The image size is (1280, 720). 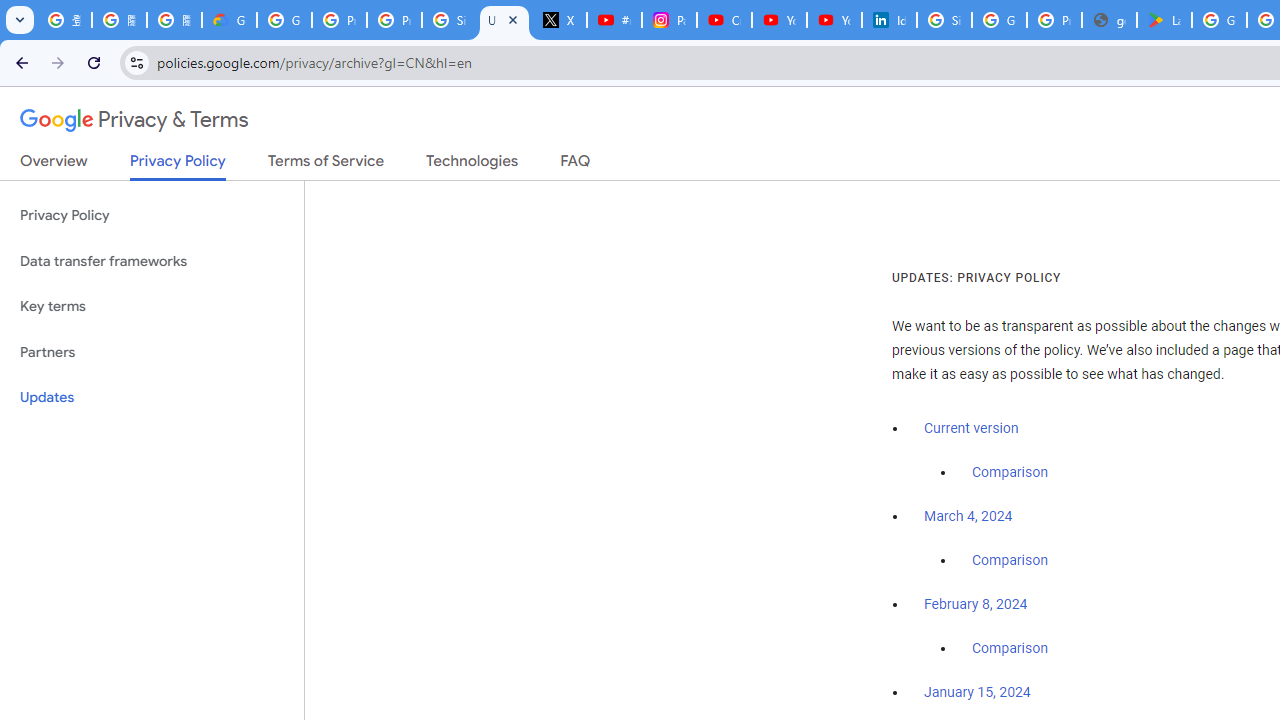 What do you see at coordinates (943, 20) in the screenshot?
I see `'Sign in - Google Accounts'` at bounding box center [943, 20].